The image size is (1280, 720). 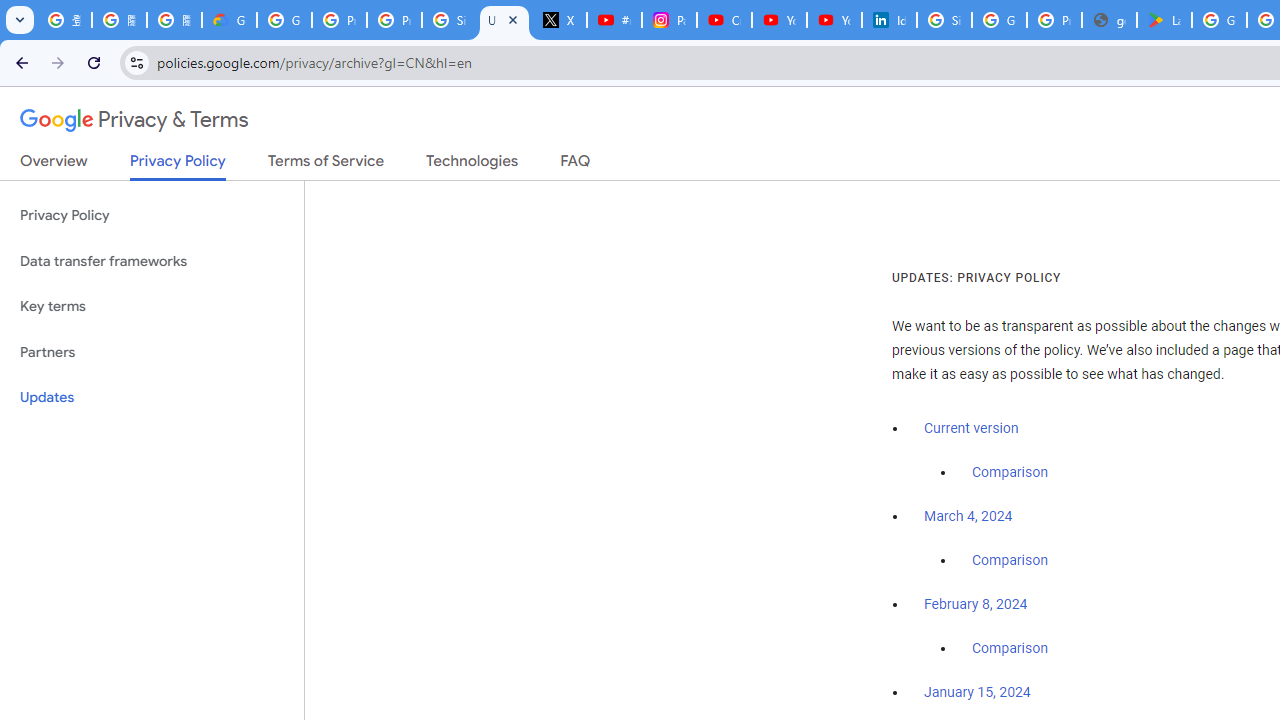 What do you see at coordinates (943, 20) in the screenshot?
I see `'Sign in - Google Accounts'` at bounding box center [943, 20].